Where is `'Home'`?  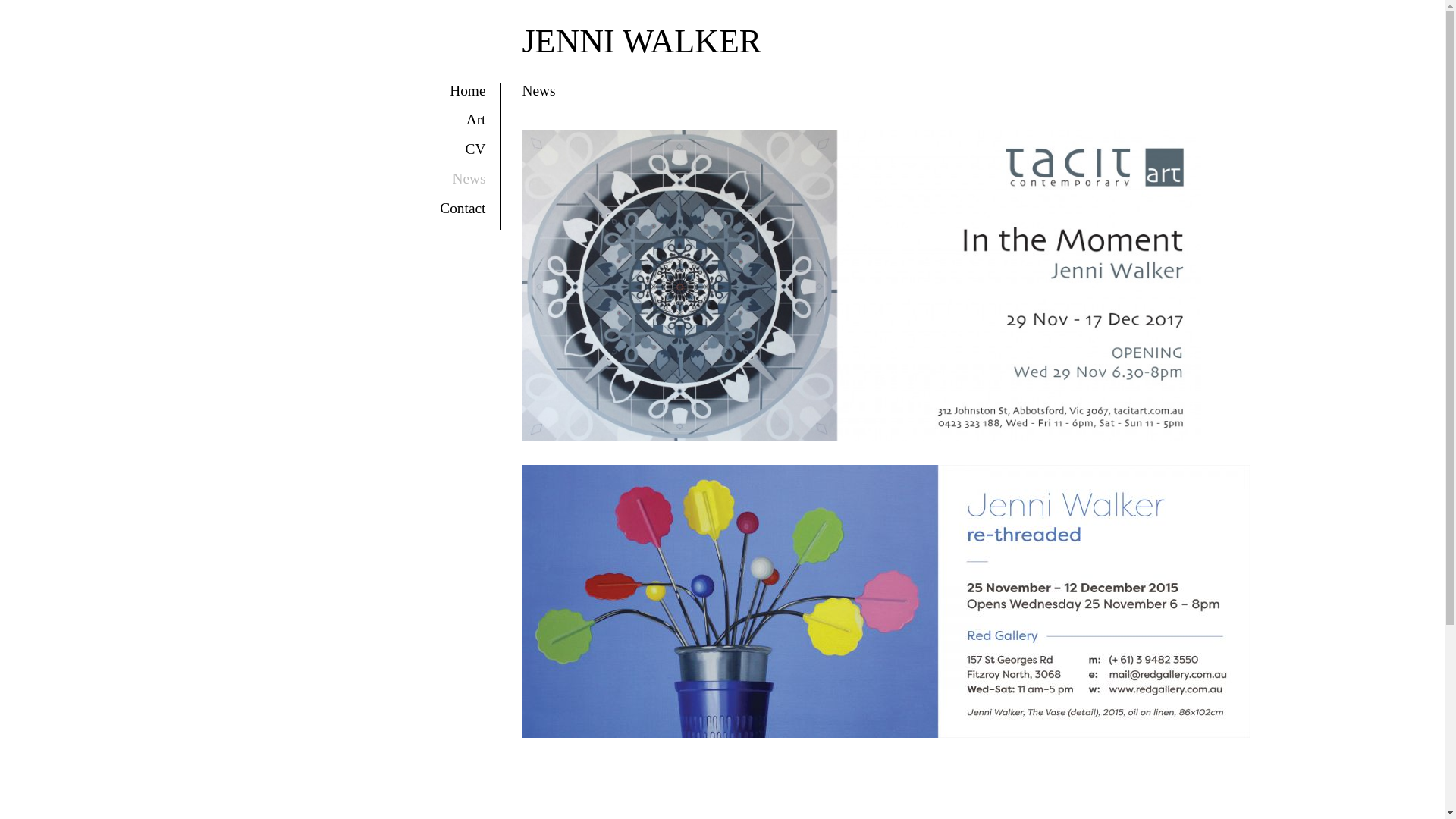 'Home' is located at coordinates (466, 90).